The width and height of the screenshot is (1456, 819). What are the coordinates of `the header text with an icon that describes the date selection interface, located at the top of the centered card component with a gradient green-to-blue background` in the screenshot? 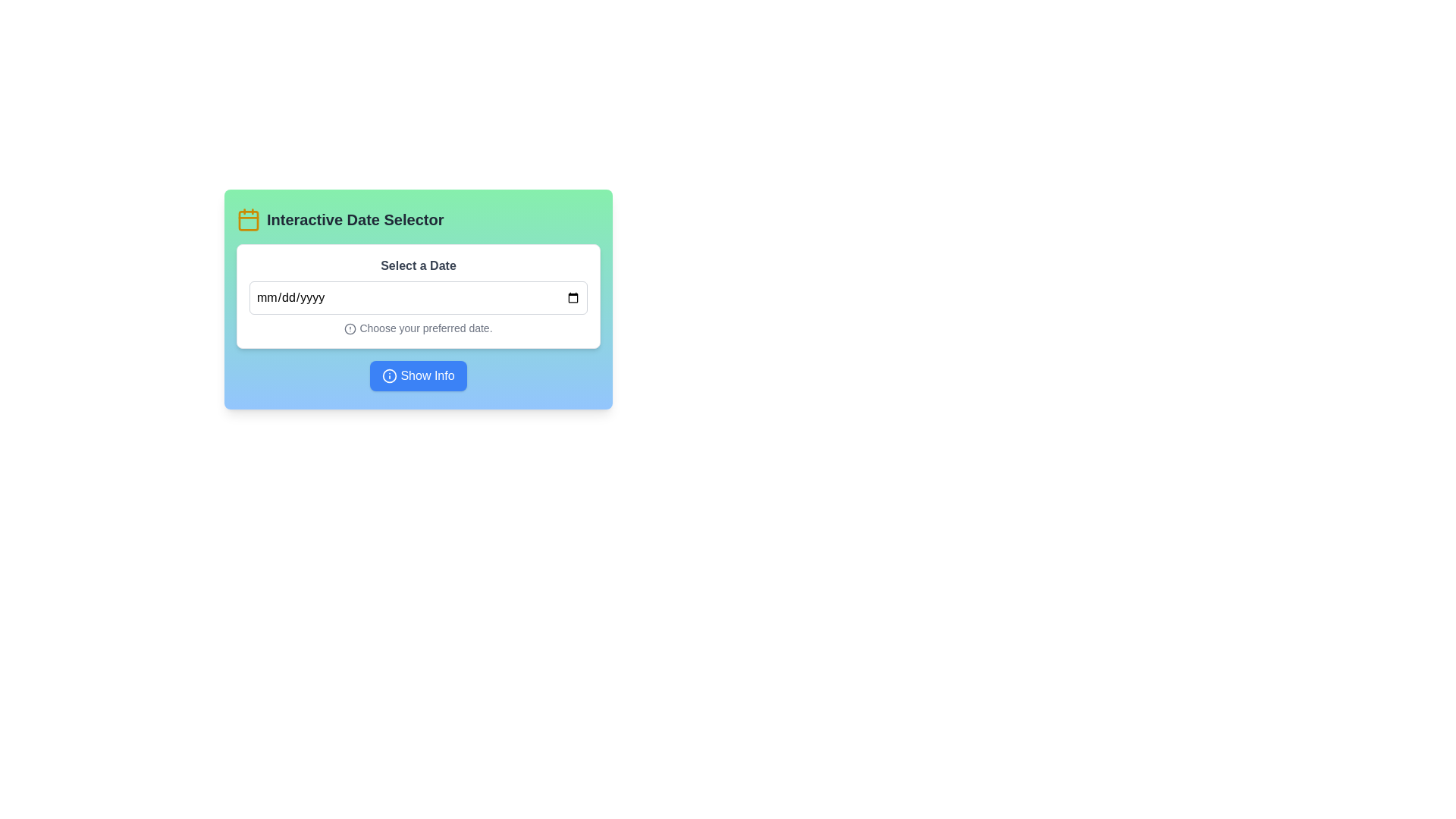 It's located at (419, 219).